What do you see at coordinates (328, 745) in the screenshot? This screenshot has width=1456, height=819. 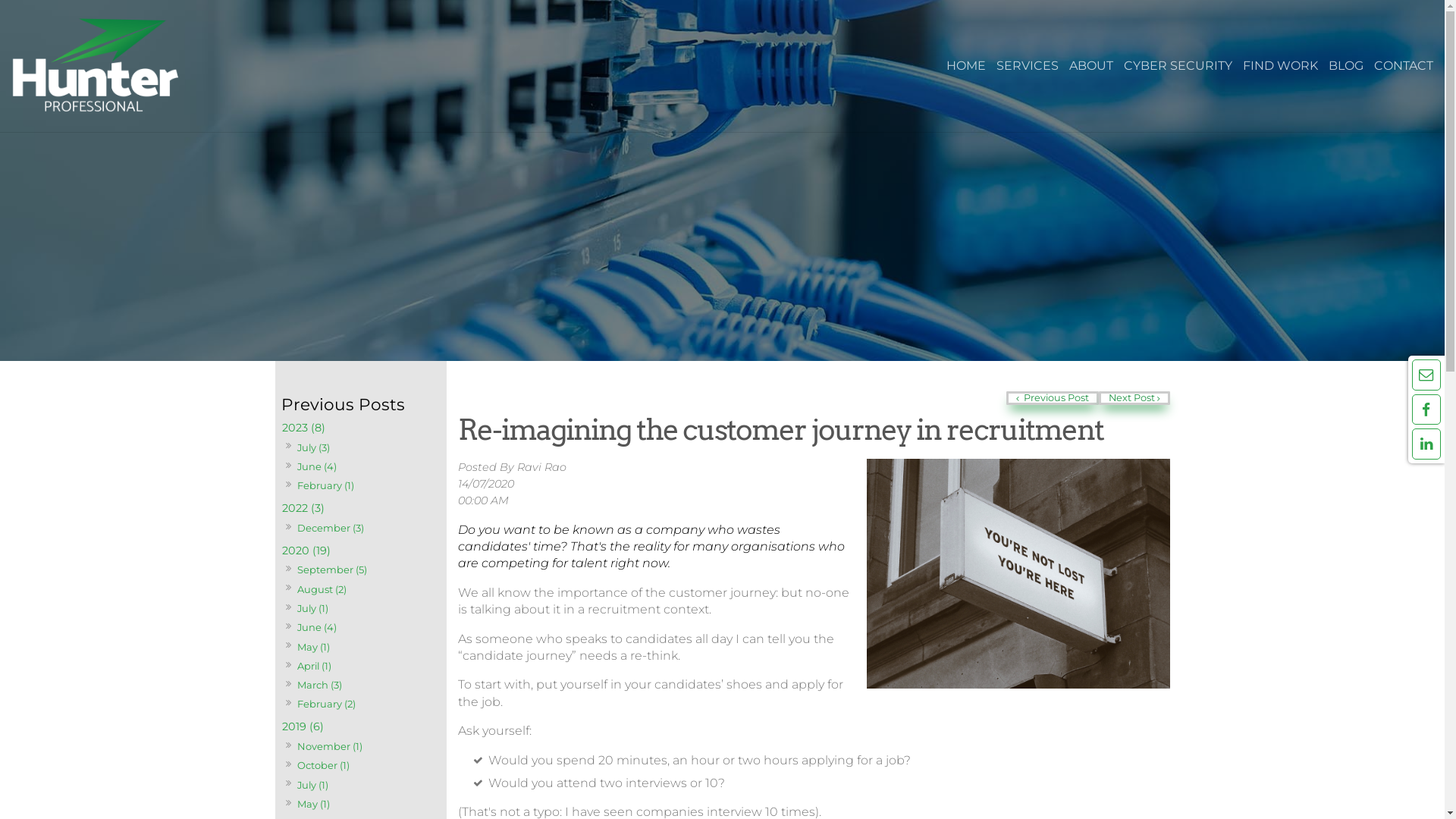 I see `'November (1)'` at bounding box center [328, 745].